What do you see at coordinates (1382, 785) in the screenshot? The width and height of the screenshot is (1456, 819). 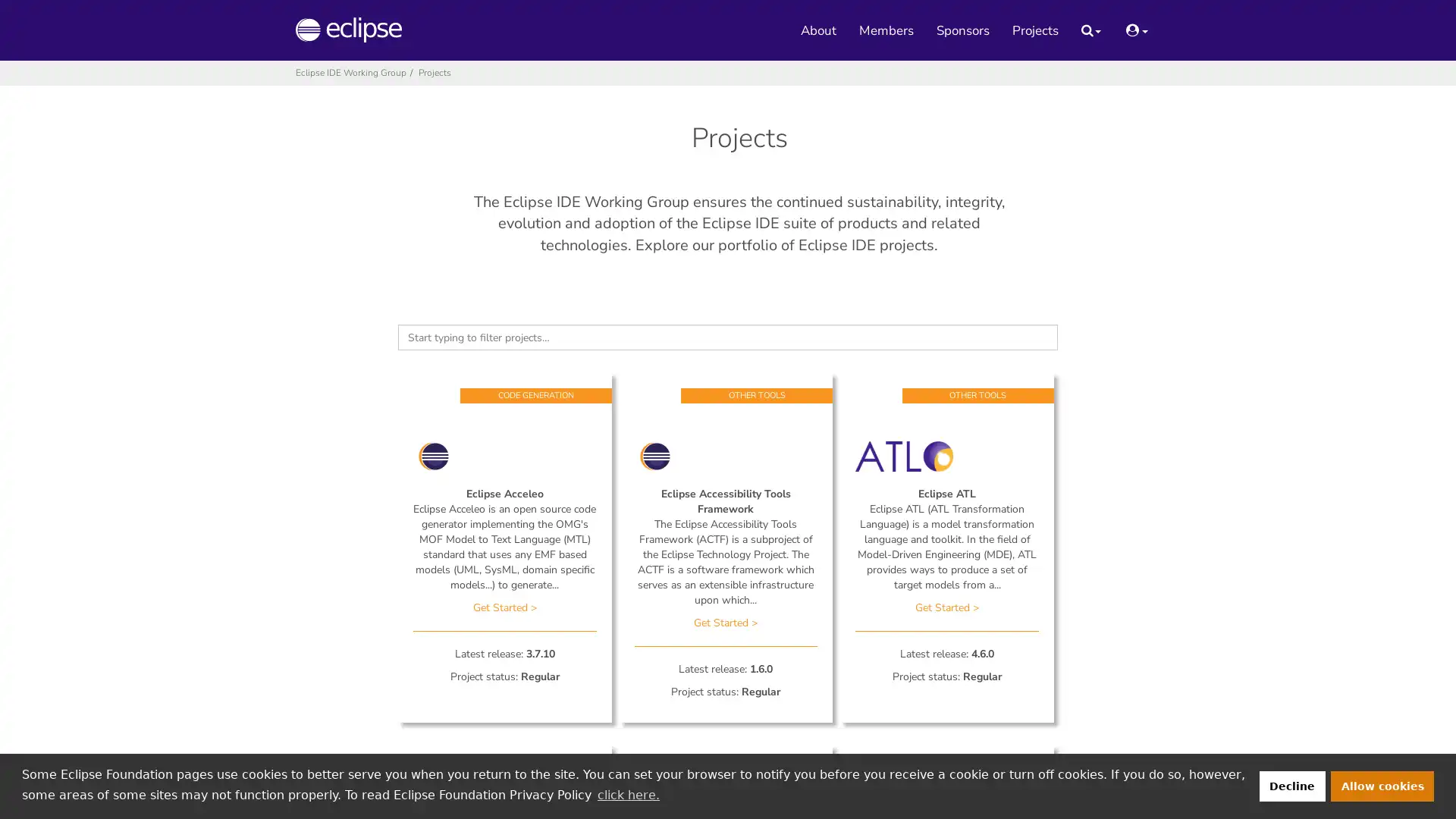 I see `allow cookies` at bounding box center [1382, 785].